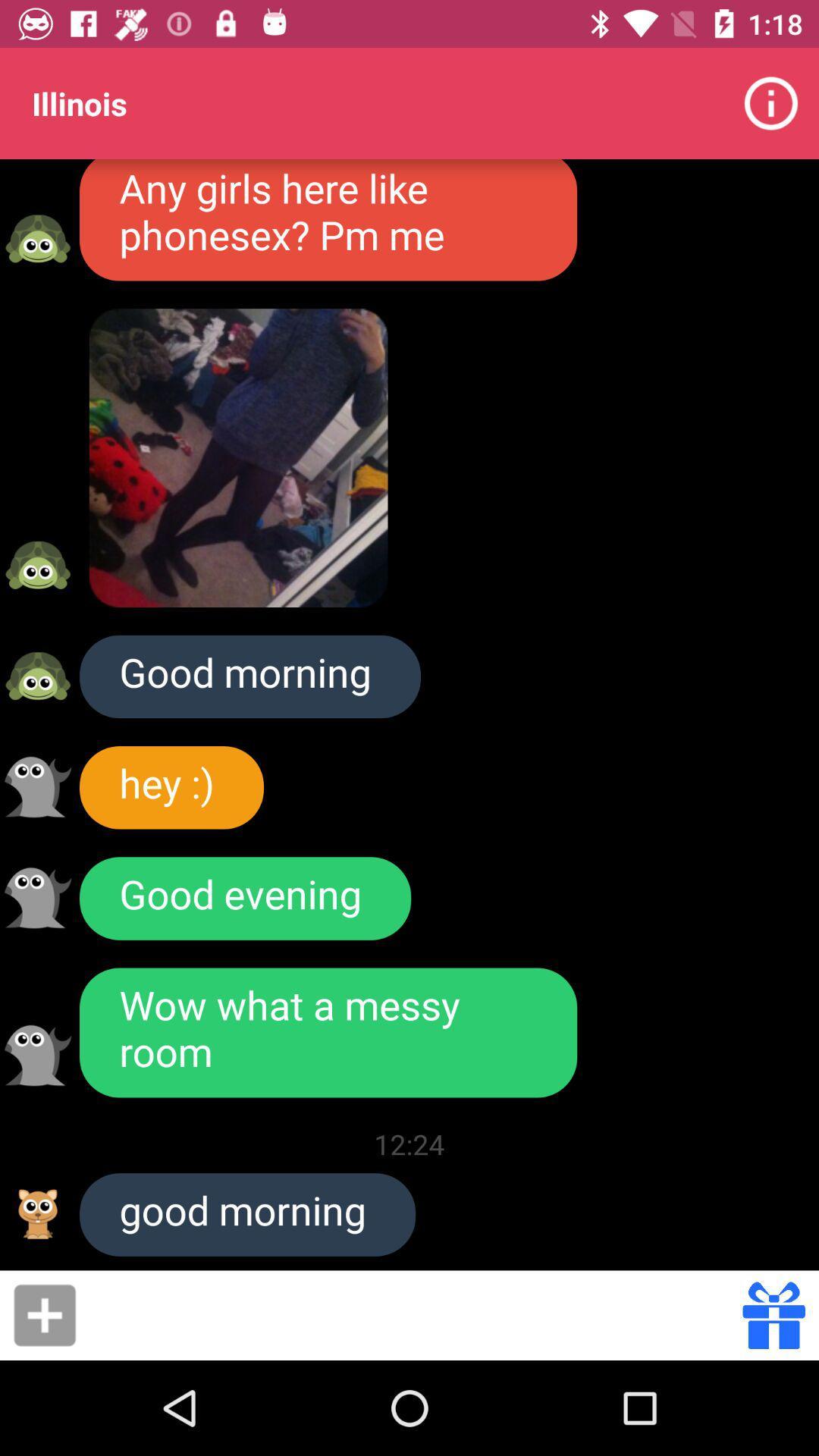 The height and width of the screenshot is (1456, 819). I want to click on icon to the right of the any girls here icon, so click(771, 102).